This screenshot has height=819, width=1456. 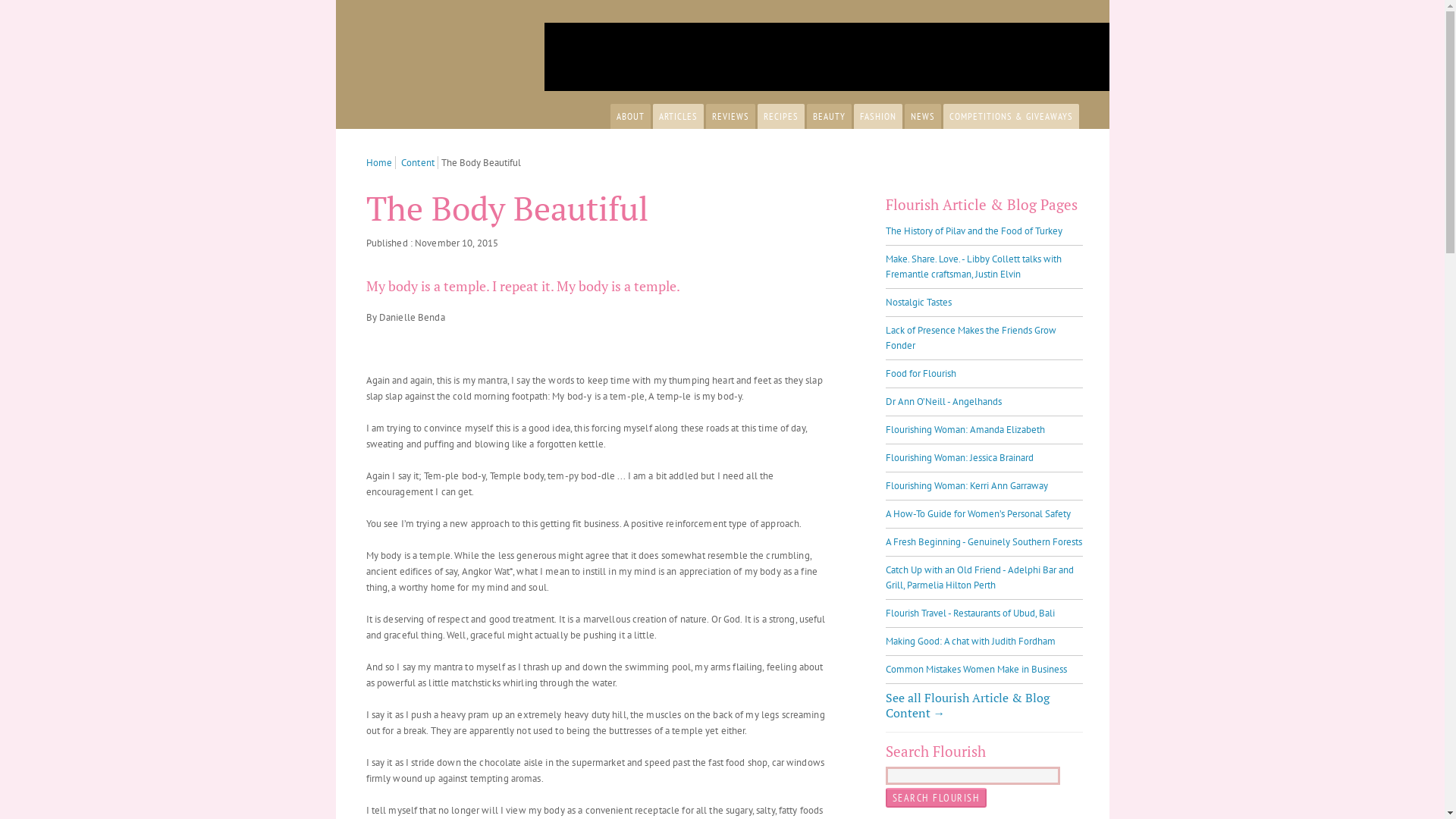 What do you see at coordinates (966, 485) in the screenshot?
I see `'Flourishing Woman: Kerri Ann Garraway'` at bounding box center [966, 485].